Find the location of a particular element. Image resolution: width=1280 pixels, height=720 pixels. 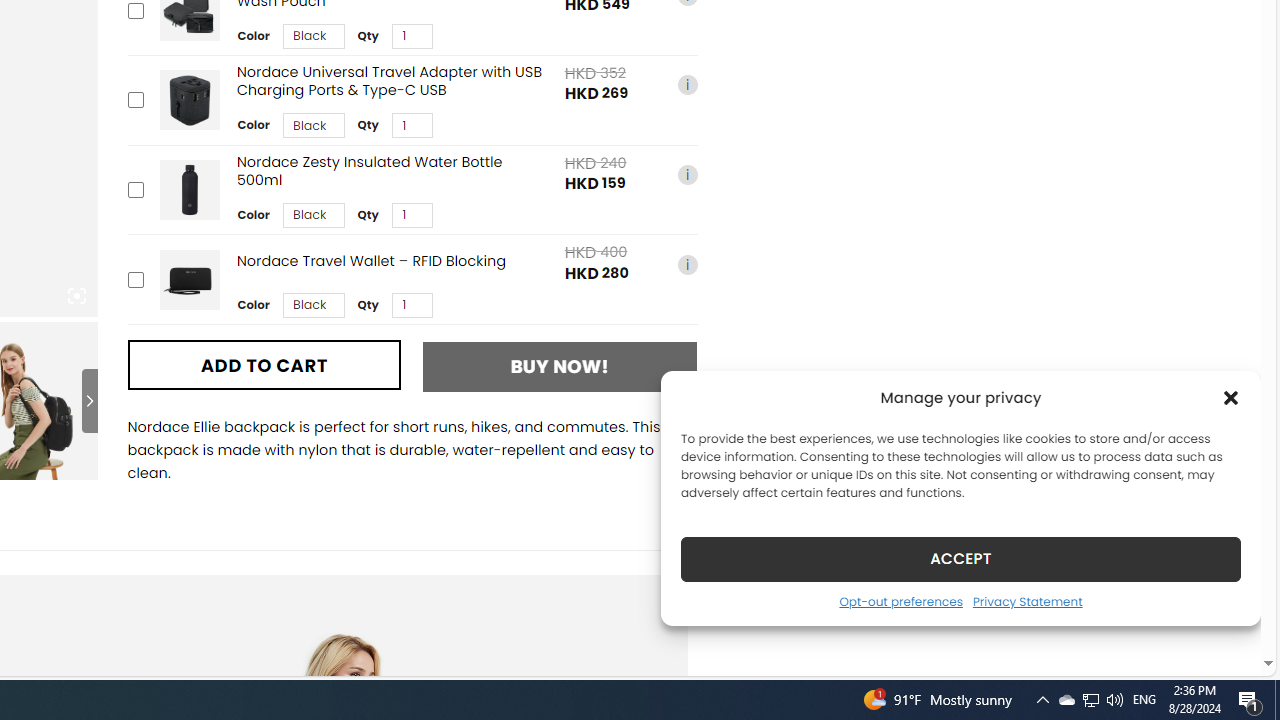

'Class: cmplz-close' is located at coordinates (1230, 397).